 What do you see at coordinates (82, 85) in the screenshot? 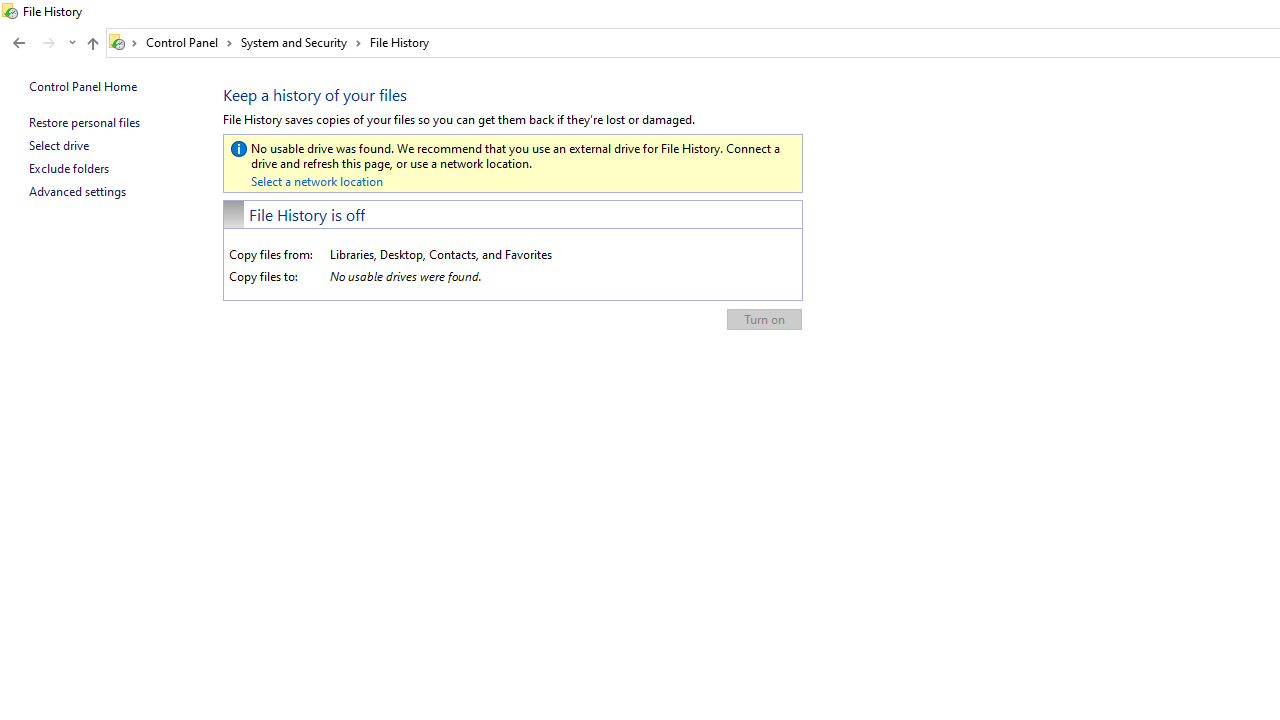
I see `'Control Panel Home'` at bounding box center [82, 85].